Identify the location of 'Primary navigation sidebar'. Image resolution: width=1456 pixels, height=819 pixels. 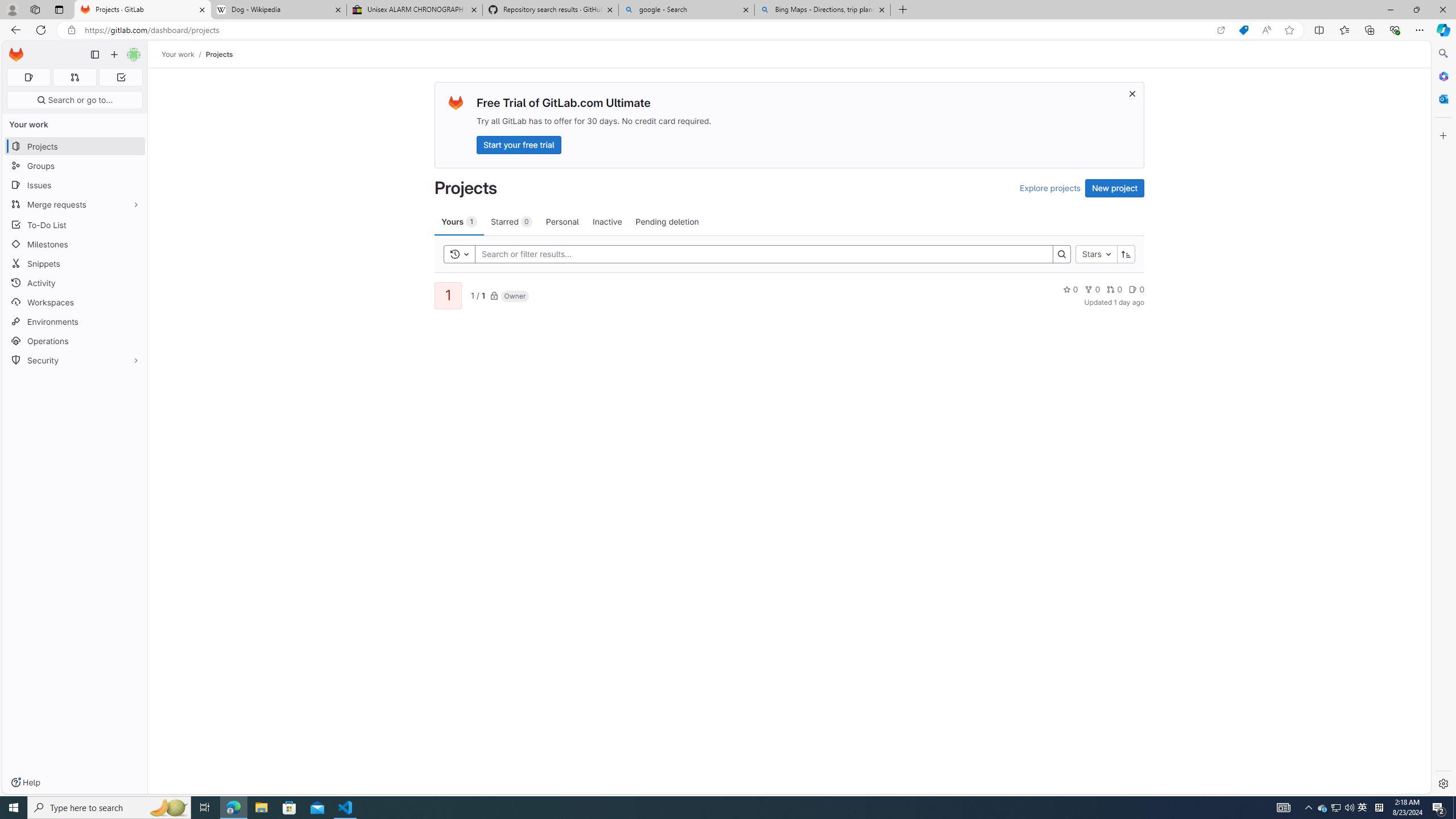
(94, 54).